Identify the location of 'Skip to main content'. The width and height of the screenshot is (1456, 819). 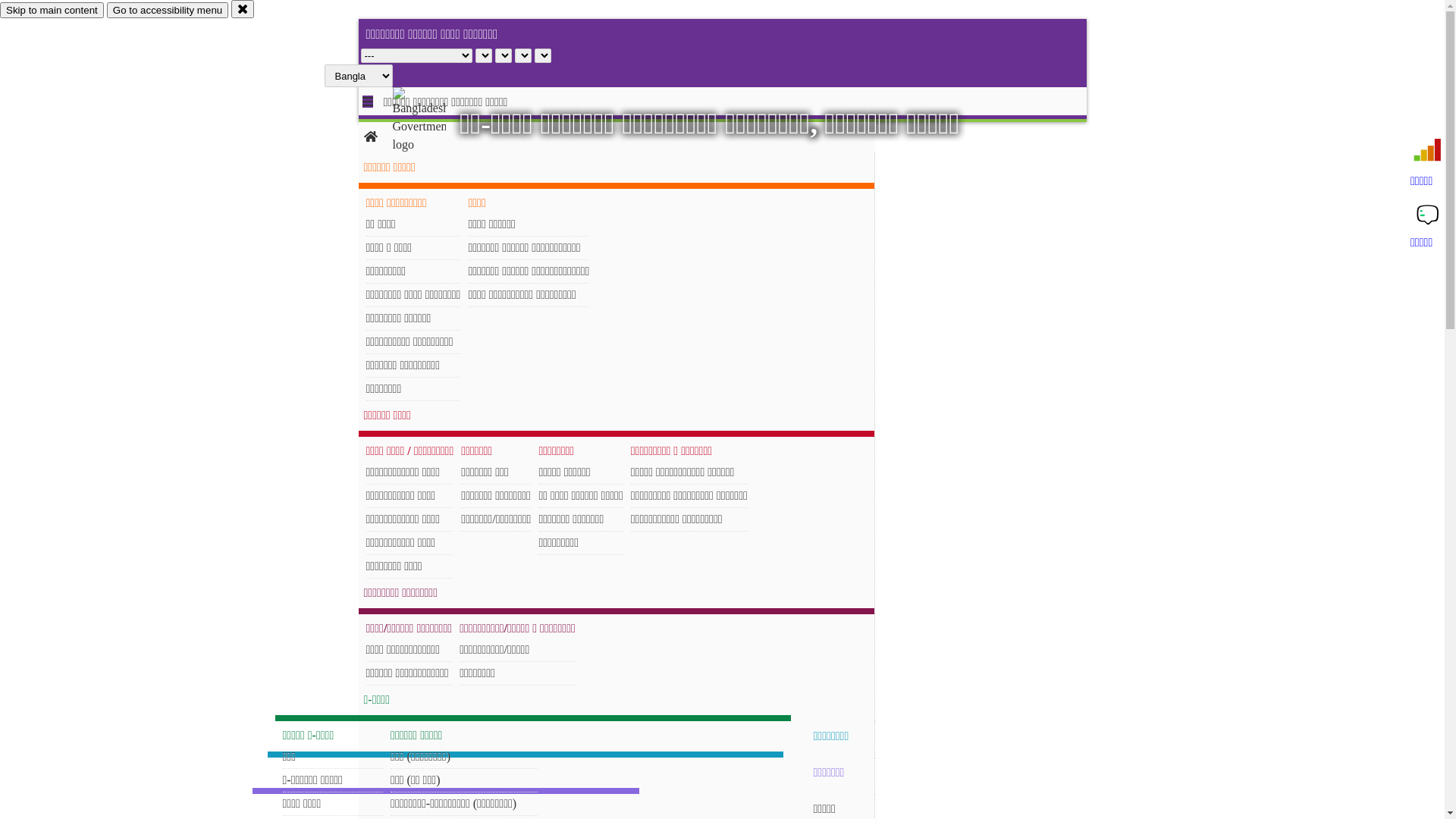
(52, 10).